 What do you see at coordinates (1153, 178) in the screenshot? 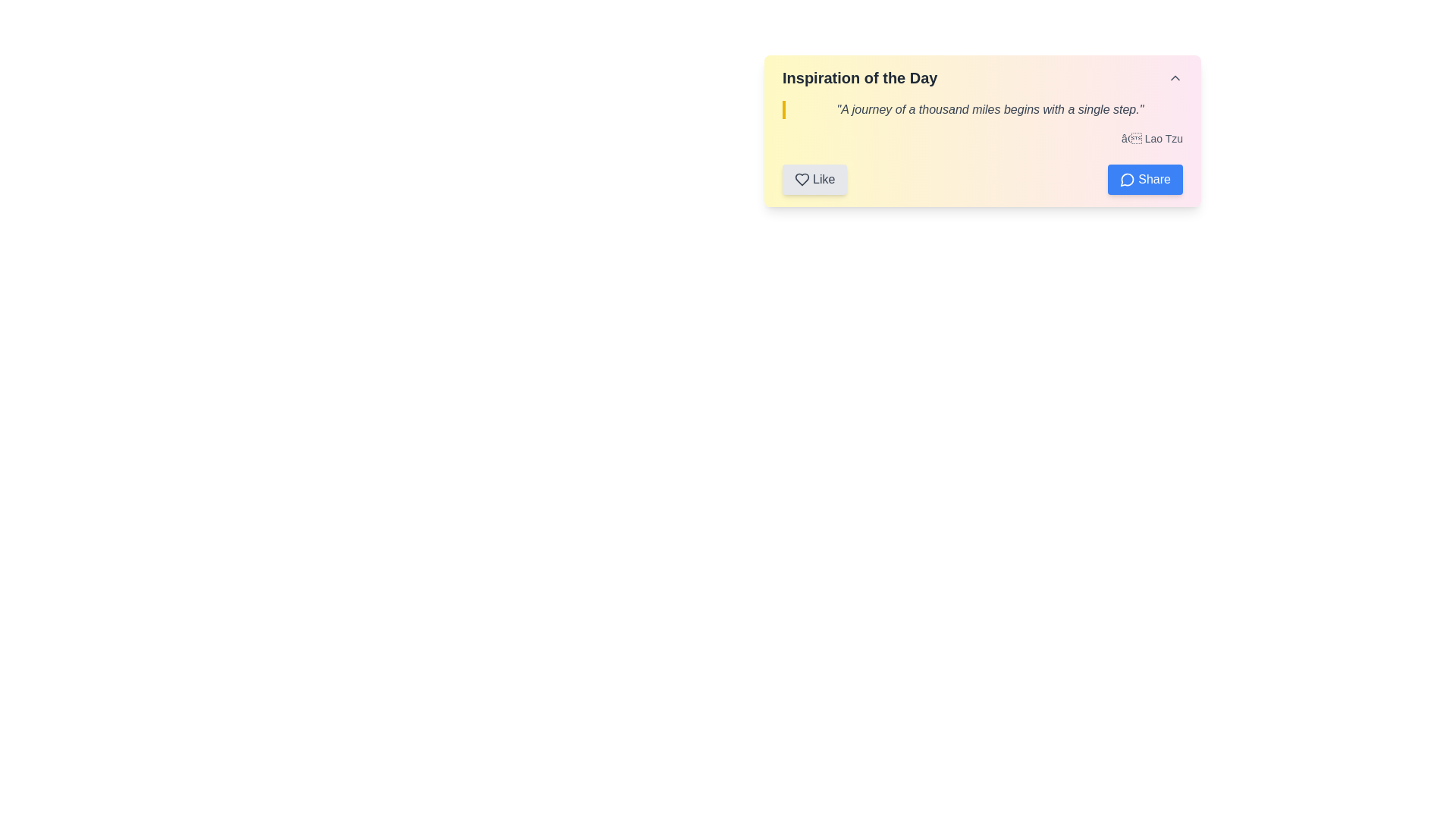
I see `the 'Share' text label, which is displayed in white font against a blue rectangular background` at bounding box center [1153, 178].